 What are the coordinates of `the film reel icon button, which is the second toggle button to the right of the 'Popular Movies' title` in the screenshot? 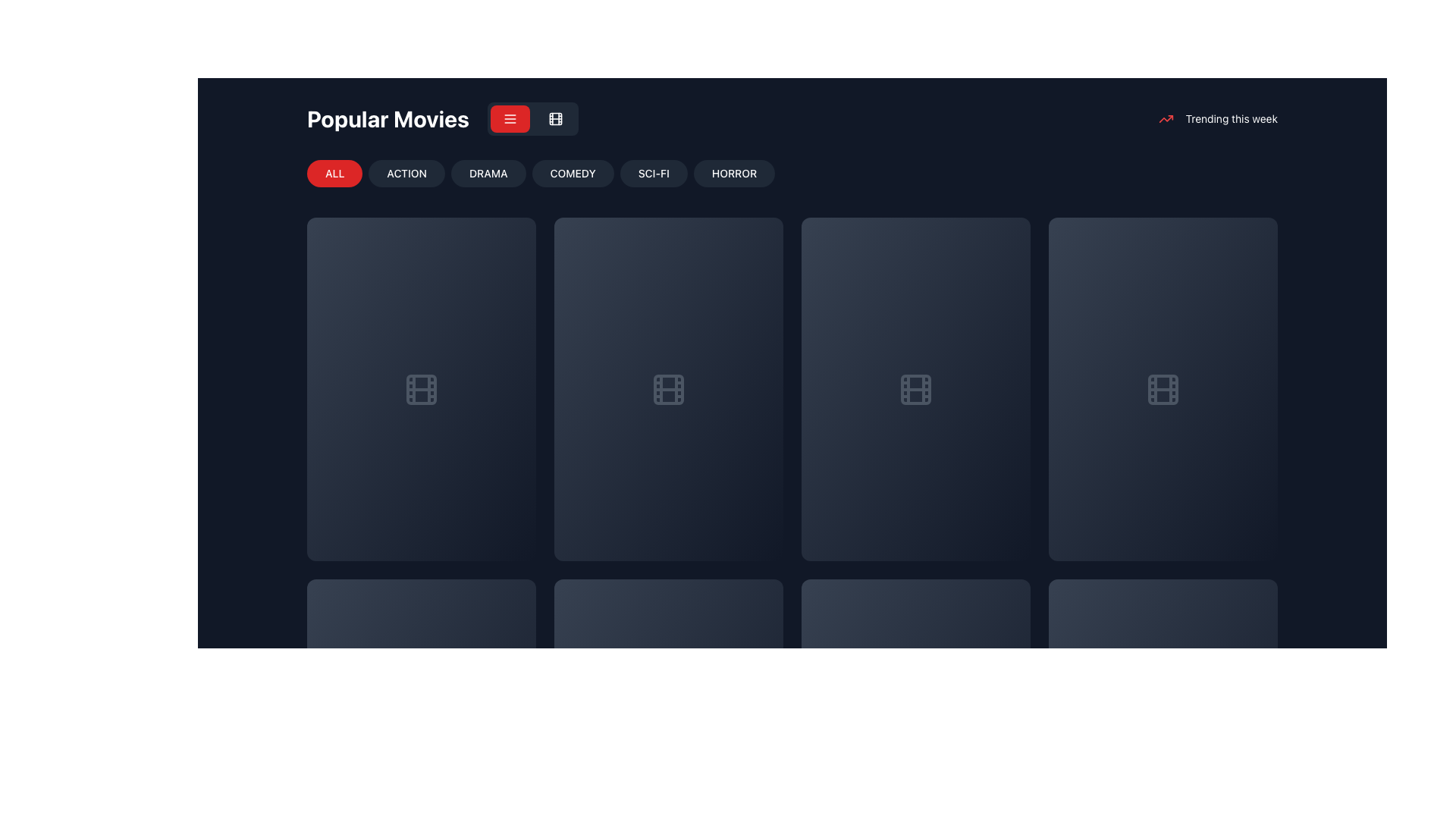 It's located at (555, 118).